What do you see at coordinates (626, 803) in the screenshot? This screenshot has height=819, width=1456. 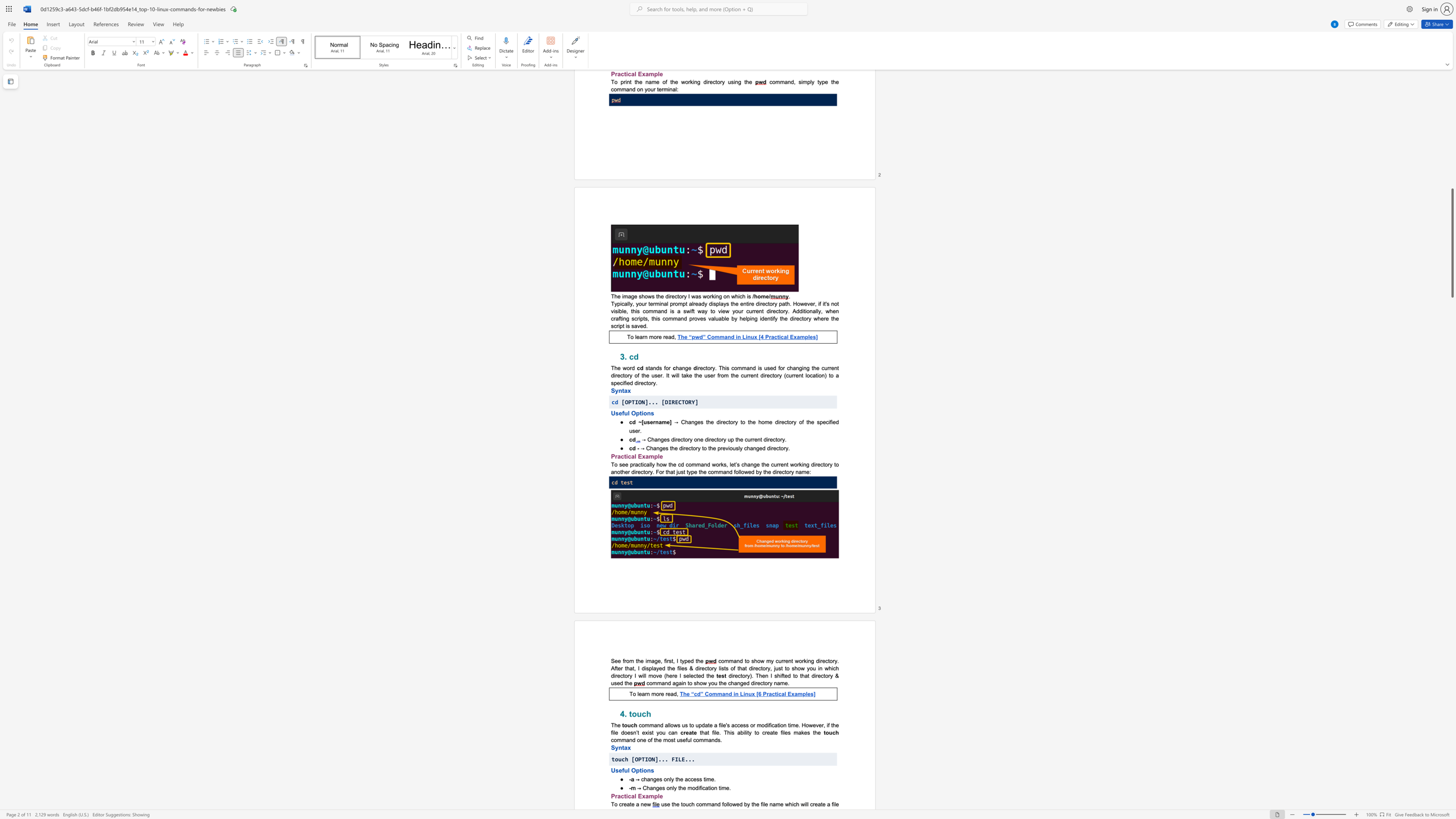 I see `the subset text "at" within the text "To create a new"` at bounding box center [626, 803].